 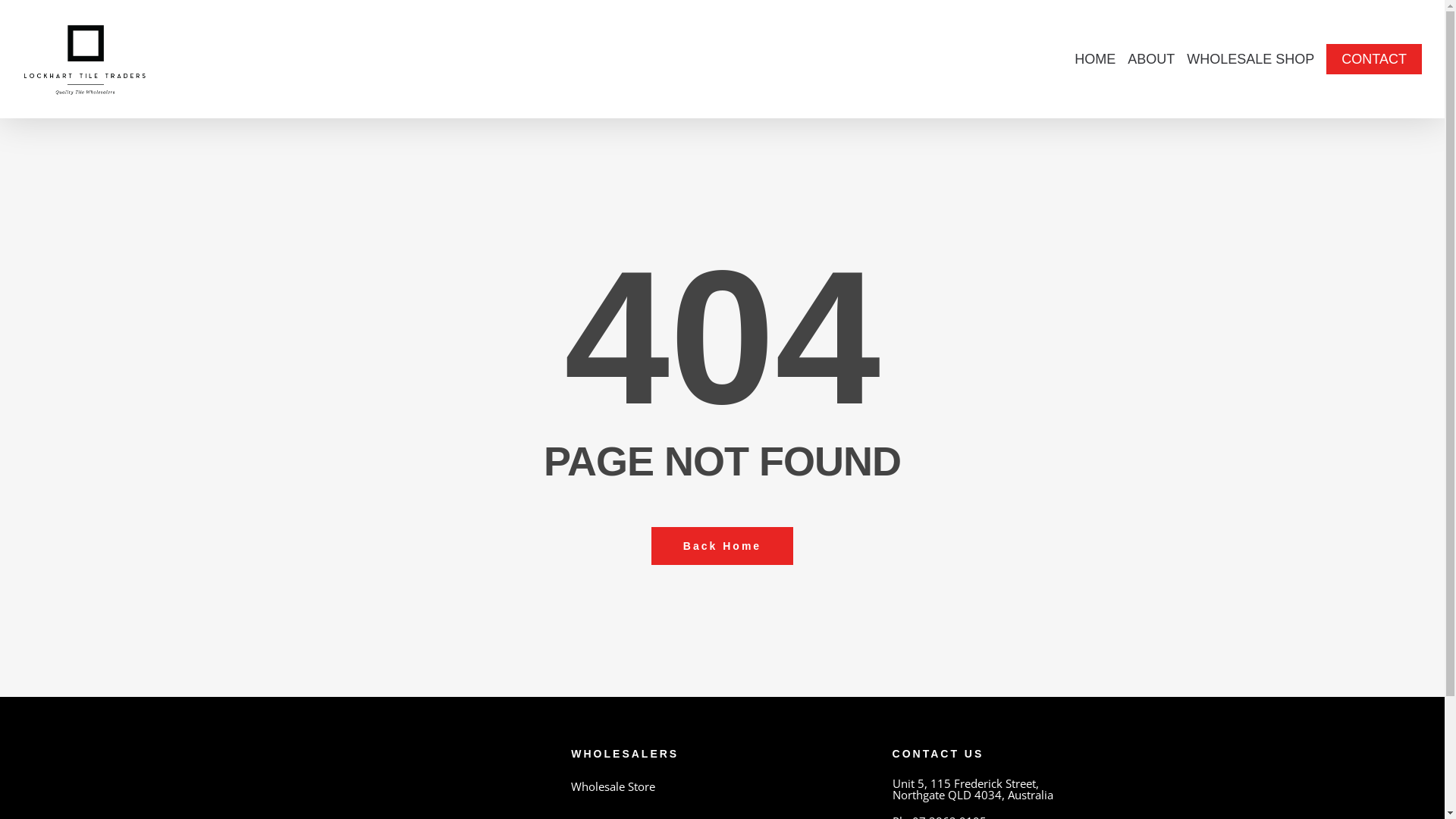 I want to click on 'Wholesale Store', so click(x=720, y=786).